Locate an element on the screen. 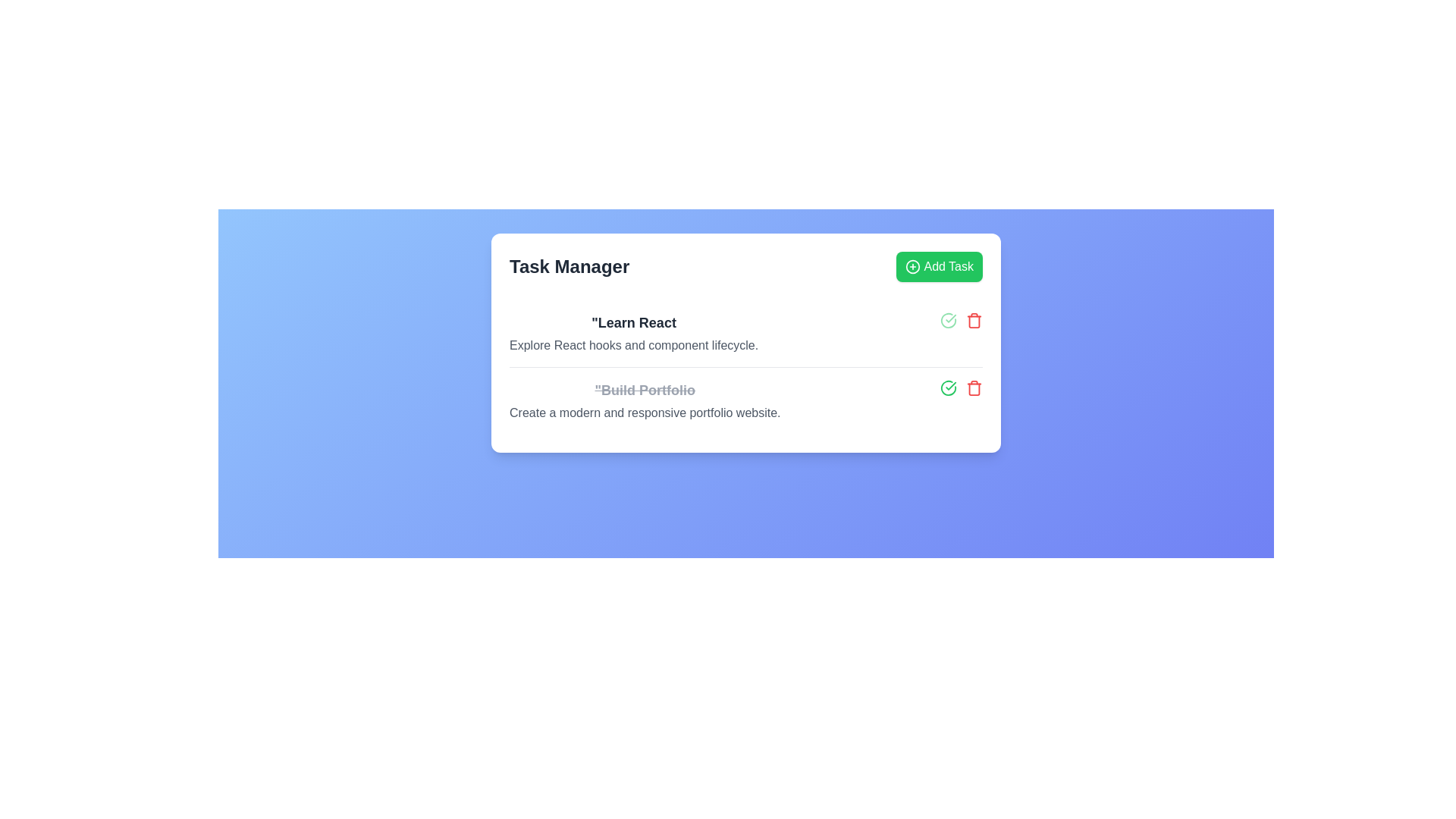  the text label heading reading 'Learn React', which is styled in a large, bold font and is located at the top of the task card labeled 'Task Manager' is located at coordinates (634, 322).